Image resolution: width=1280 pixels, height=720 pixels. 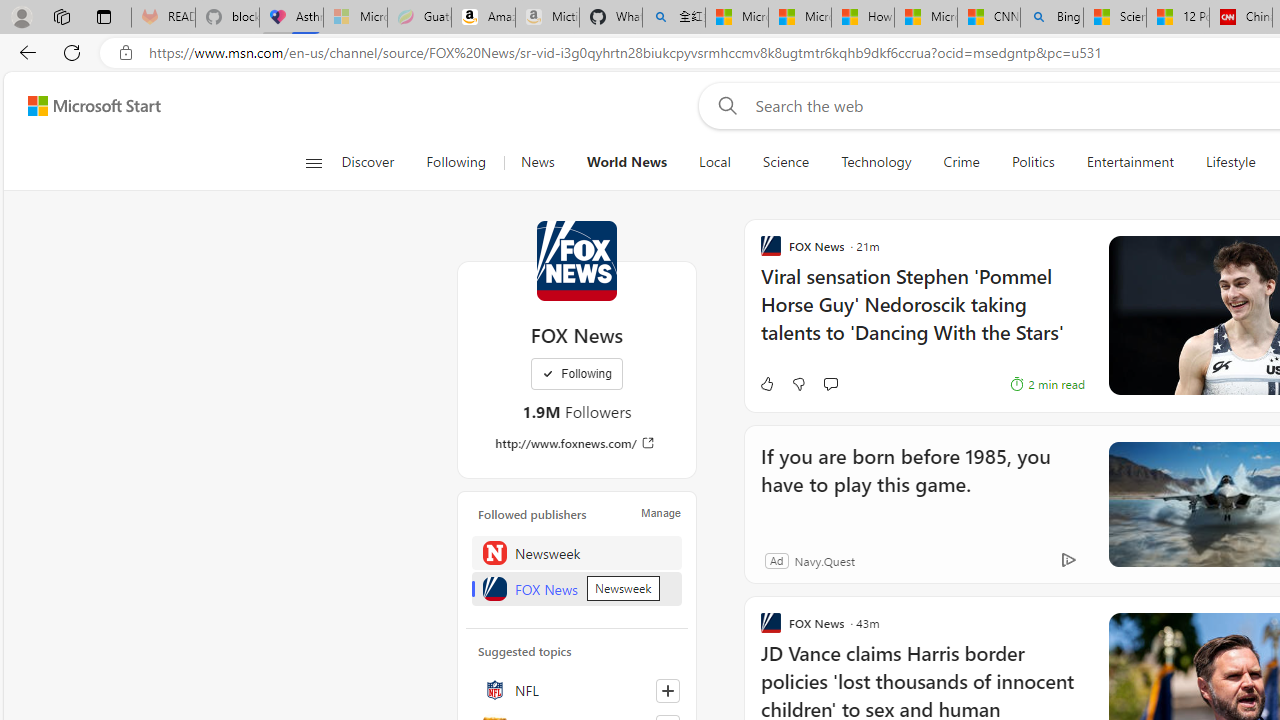 I want to click on 'Like', so click(x=765, y=384).